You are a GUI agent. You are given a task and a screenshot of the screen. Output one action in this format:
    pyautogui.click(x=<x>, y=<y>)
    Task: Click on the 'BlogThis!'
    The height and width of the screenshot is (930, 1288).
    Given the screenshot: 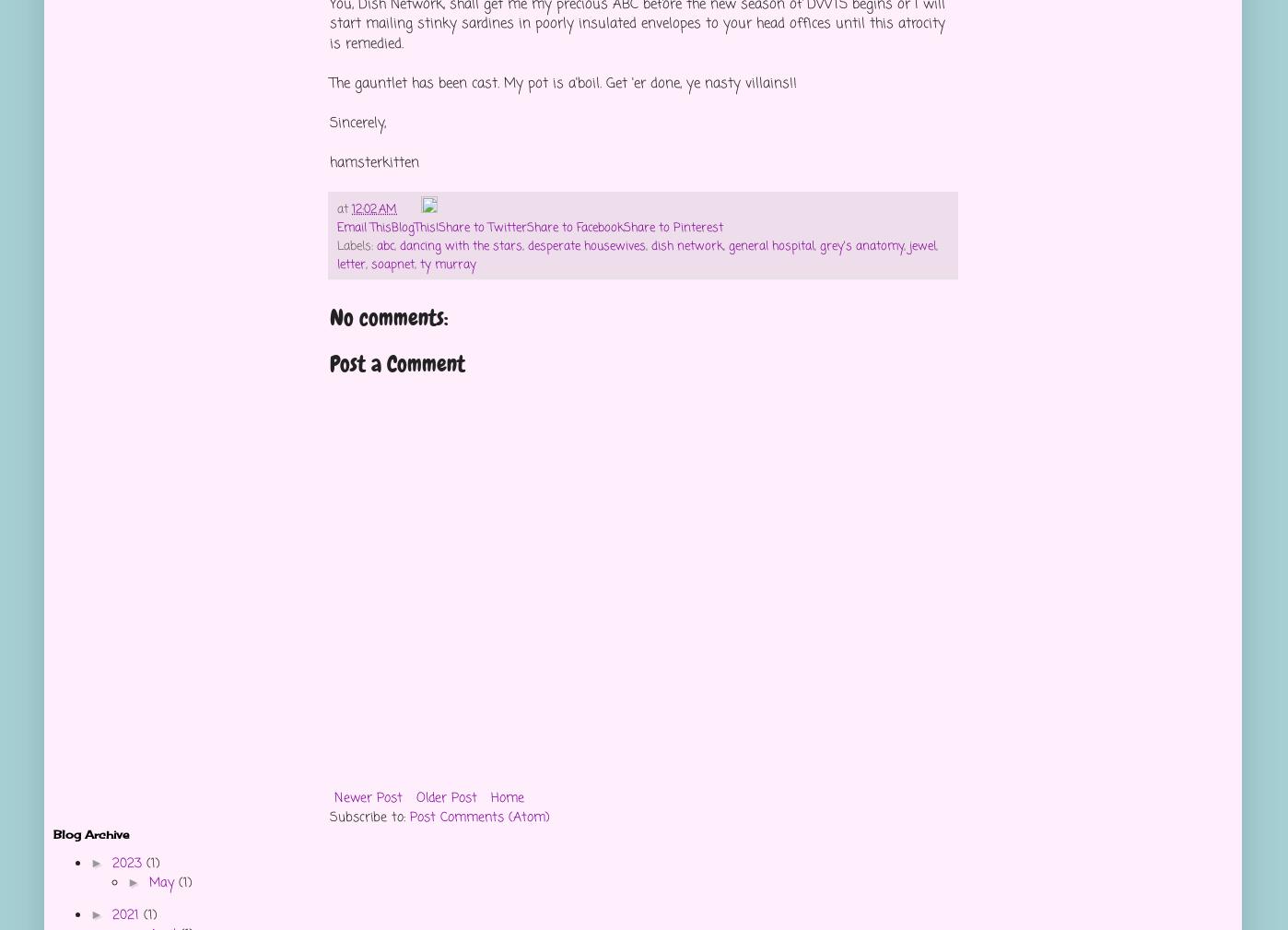 What is the action you would take?
    pyautogui.click(x=414, y=226)
    